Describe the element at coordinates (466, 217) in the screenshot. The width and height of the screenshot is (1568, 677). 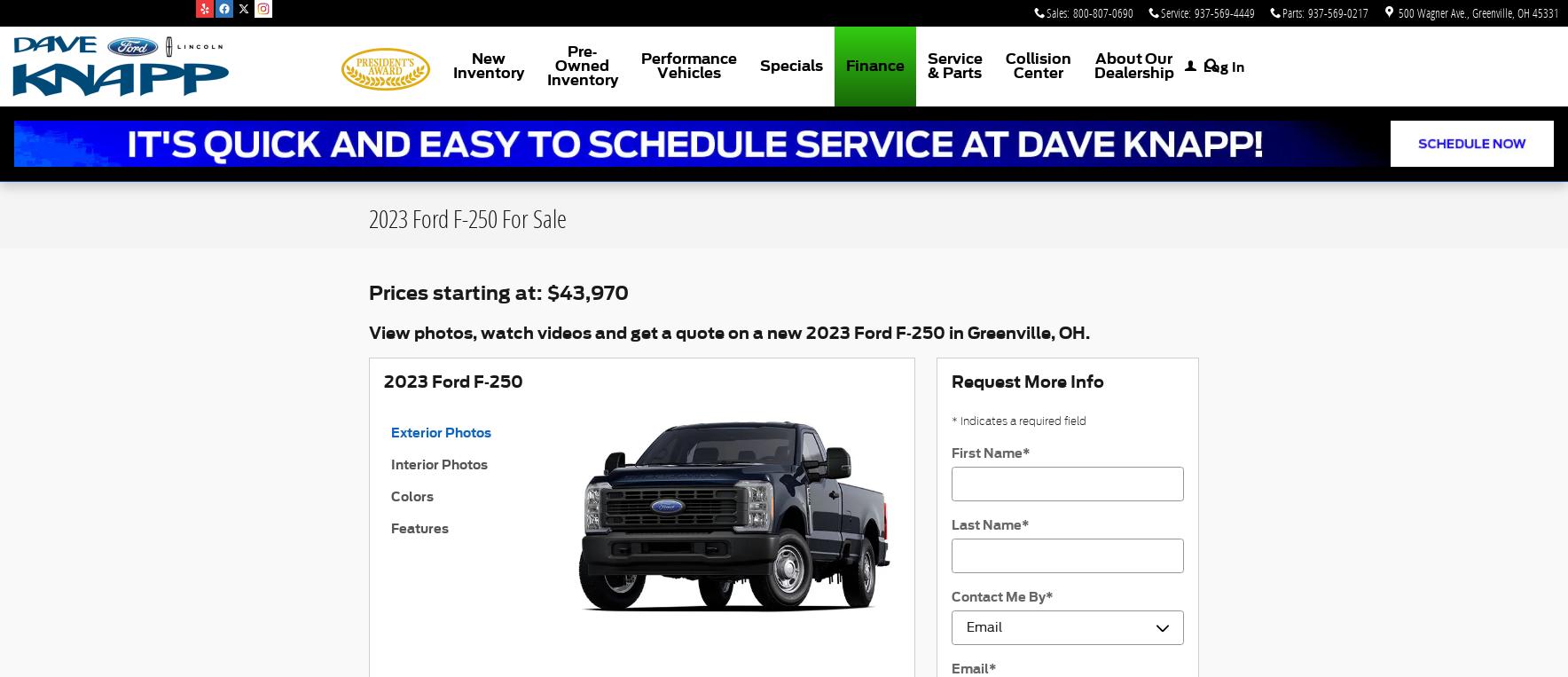
I see `'2023 Ford F-250 For Sale'` at that location.